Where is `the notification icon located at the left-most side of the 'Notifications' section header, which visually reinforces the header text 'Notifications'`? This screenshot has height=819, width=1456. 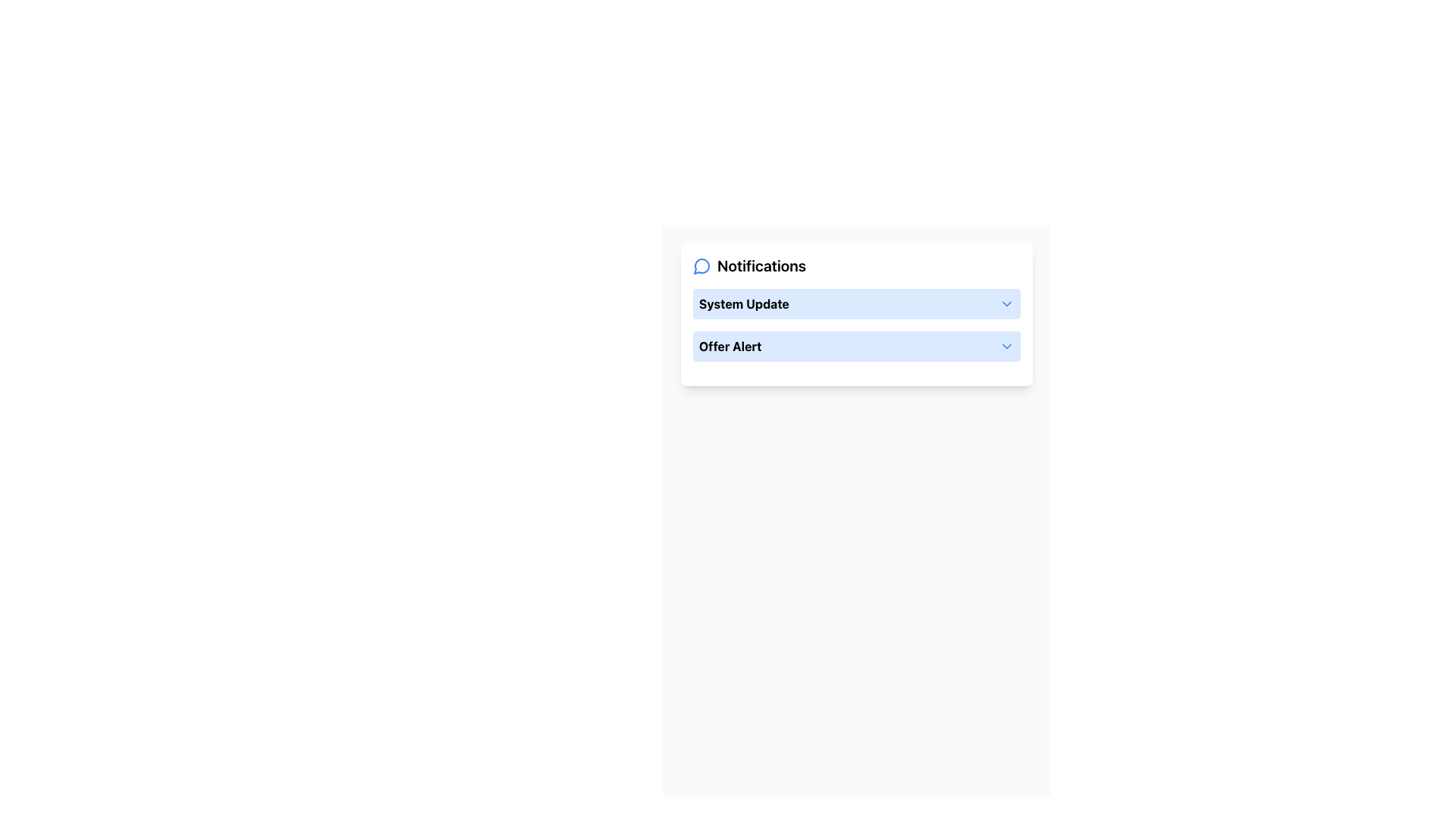
the notification icon located at the left-most side of the 'Notifications' section header, which visually reinforces the header text 'Notifications' is located at coordinates (701, 265).